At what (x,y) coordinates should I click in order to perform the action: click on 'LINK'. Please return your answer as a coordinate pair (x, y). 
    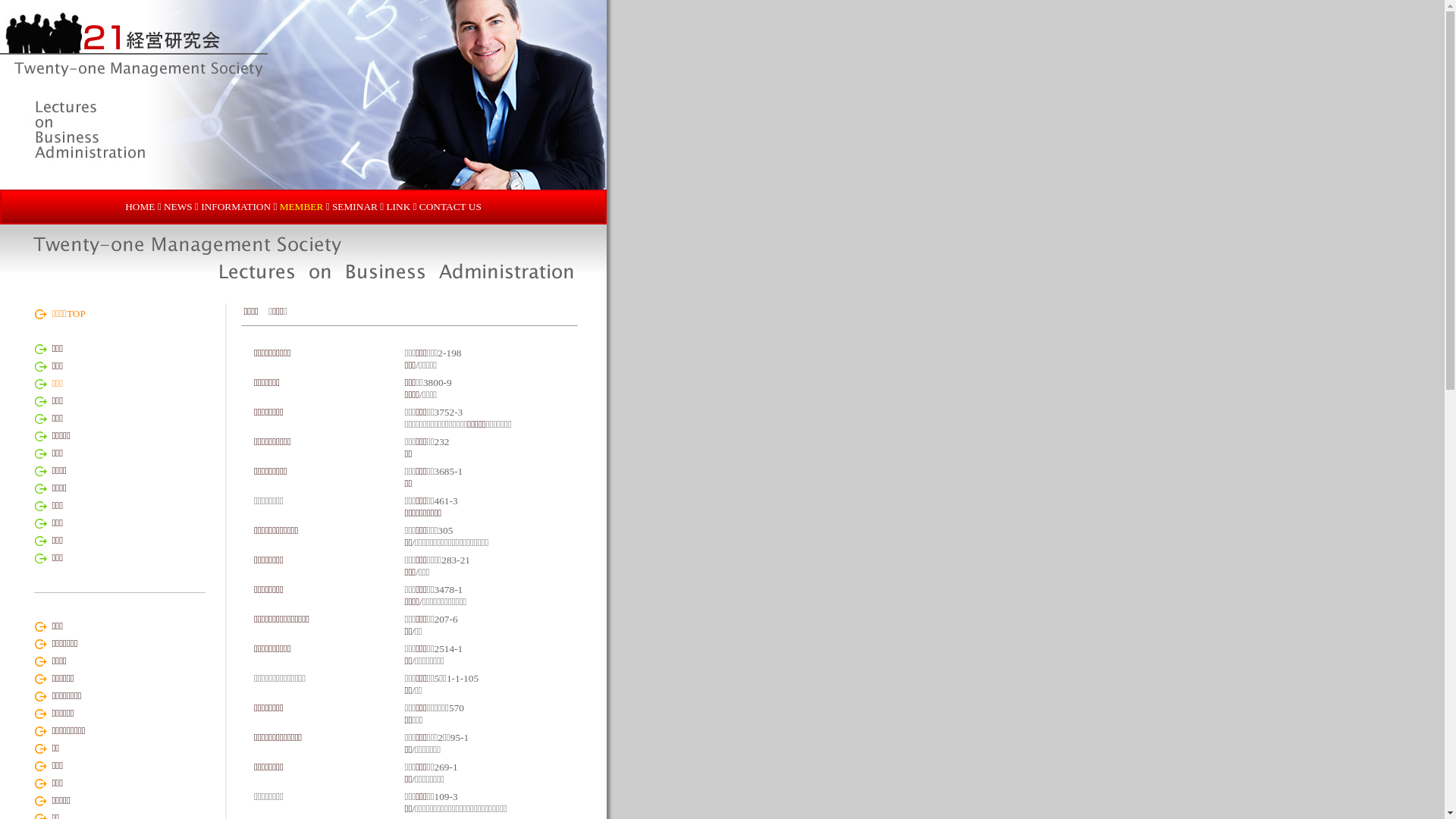
    Looking at the image, I should click on (397, 206).